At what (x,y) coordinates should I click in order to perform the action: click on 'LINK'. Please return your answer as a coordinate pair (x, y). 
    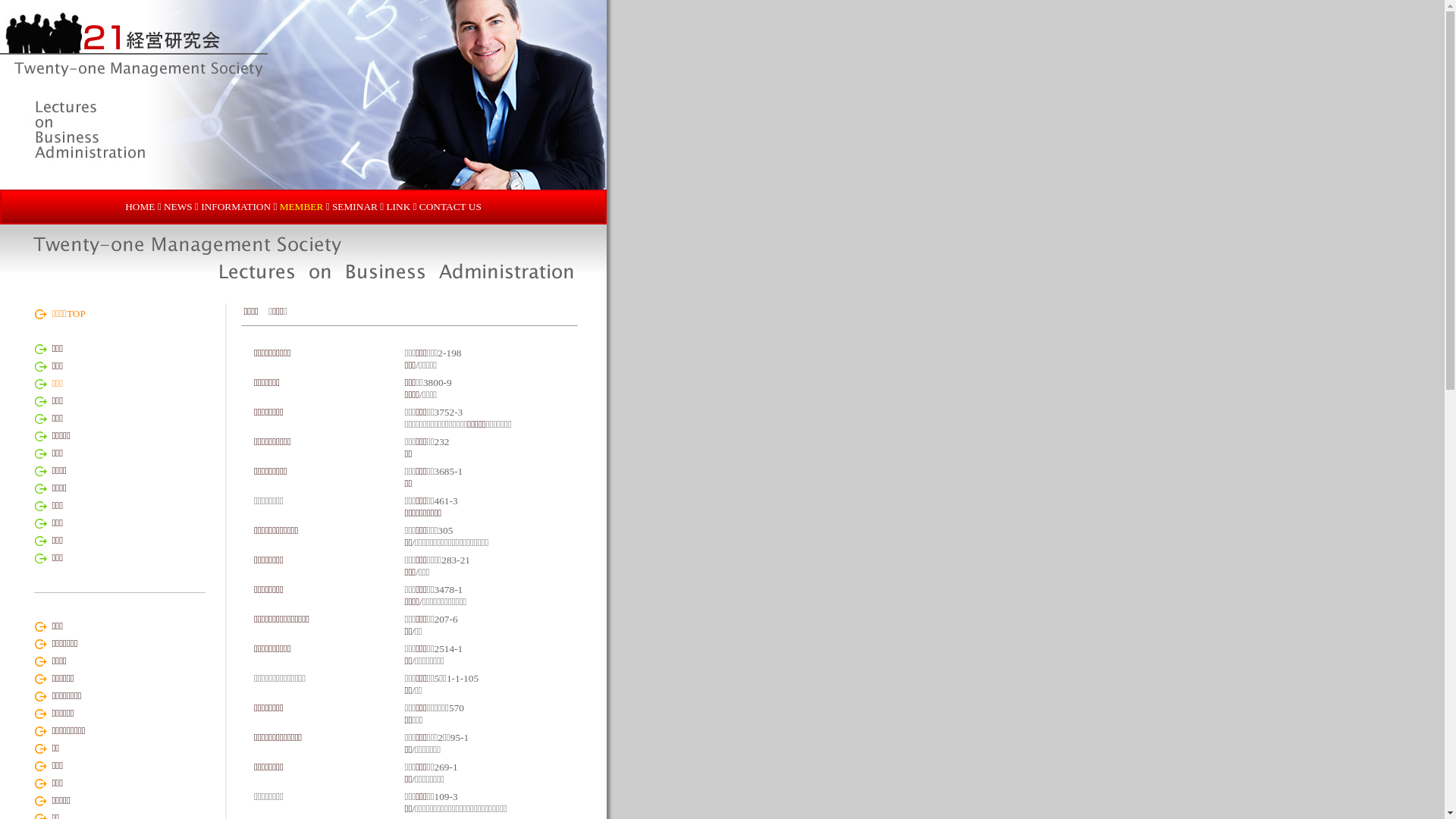
    Looking at the image, I should click on (397, 206).